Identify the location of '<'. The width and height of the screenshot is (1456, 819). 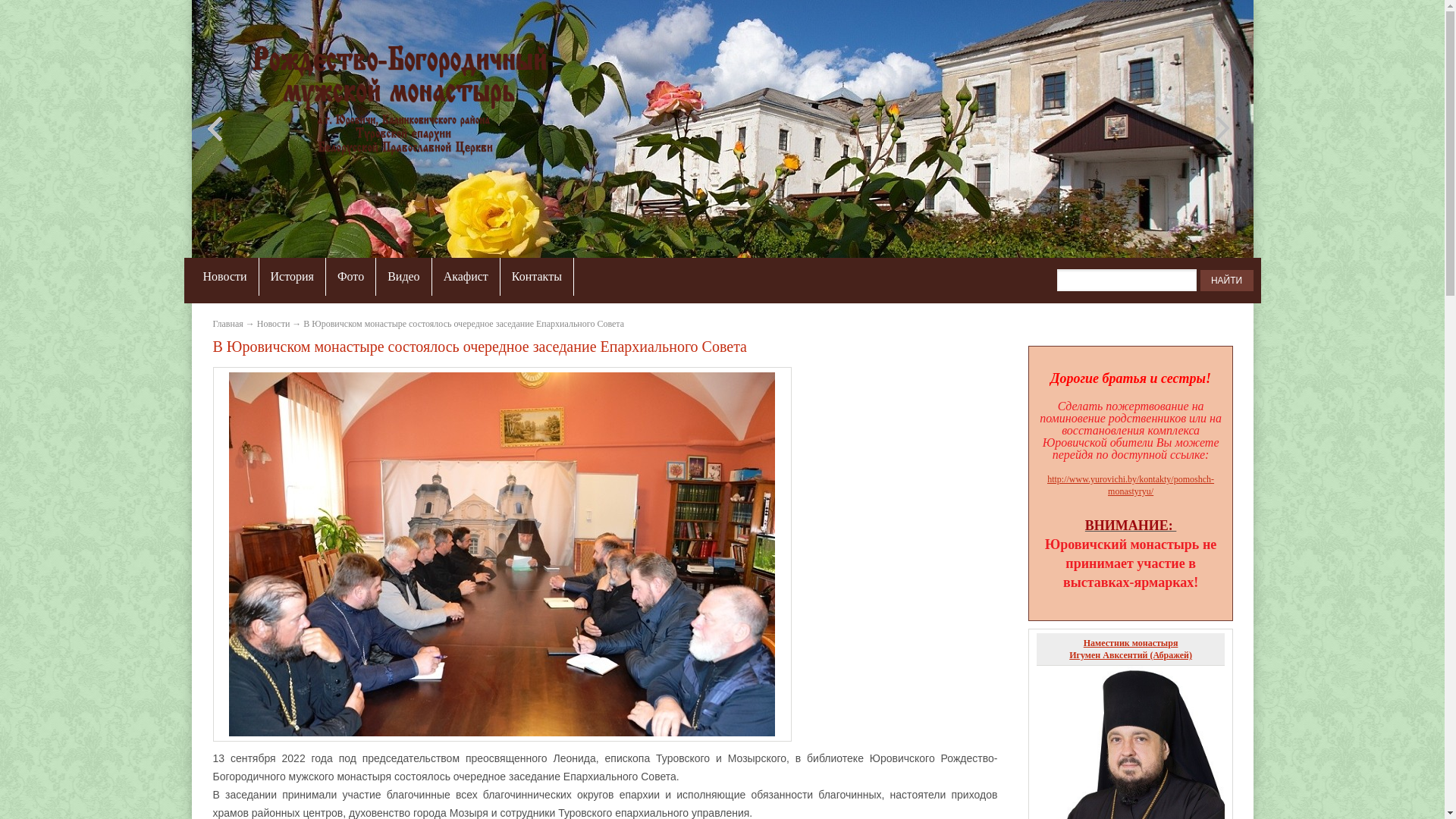
(217, 127).